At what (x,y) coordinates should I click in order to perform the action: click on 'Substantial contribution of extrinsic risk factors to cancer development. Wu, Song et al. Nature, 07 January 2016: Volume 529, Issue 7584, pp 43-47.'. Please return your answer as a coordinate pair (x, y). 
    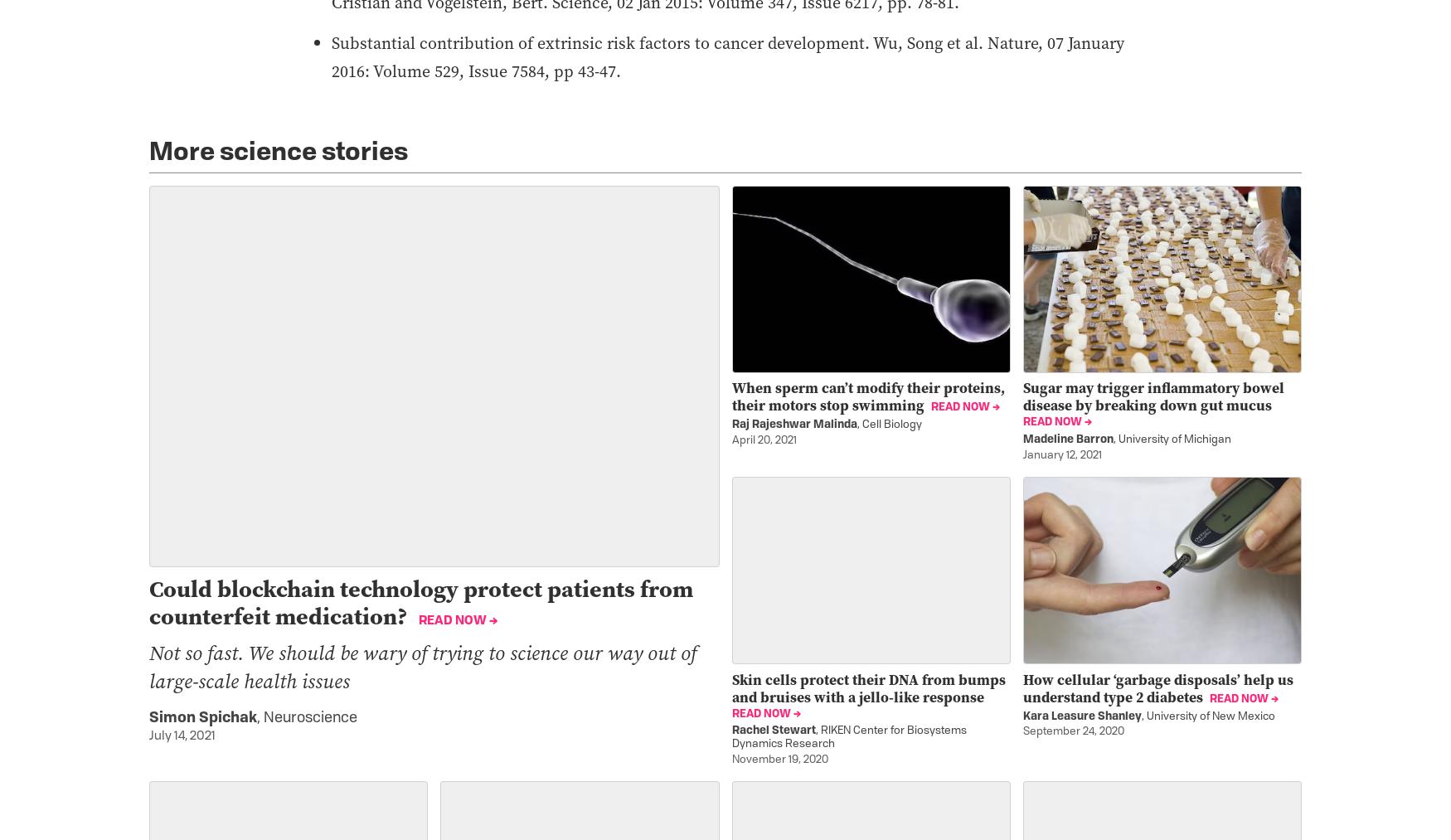
    Looking at the image, I should click on (331, 55).